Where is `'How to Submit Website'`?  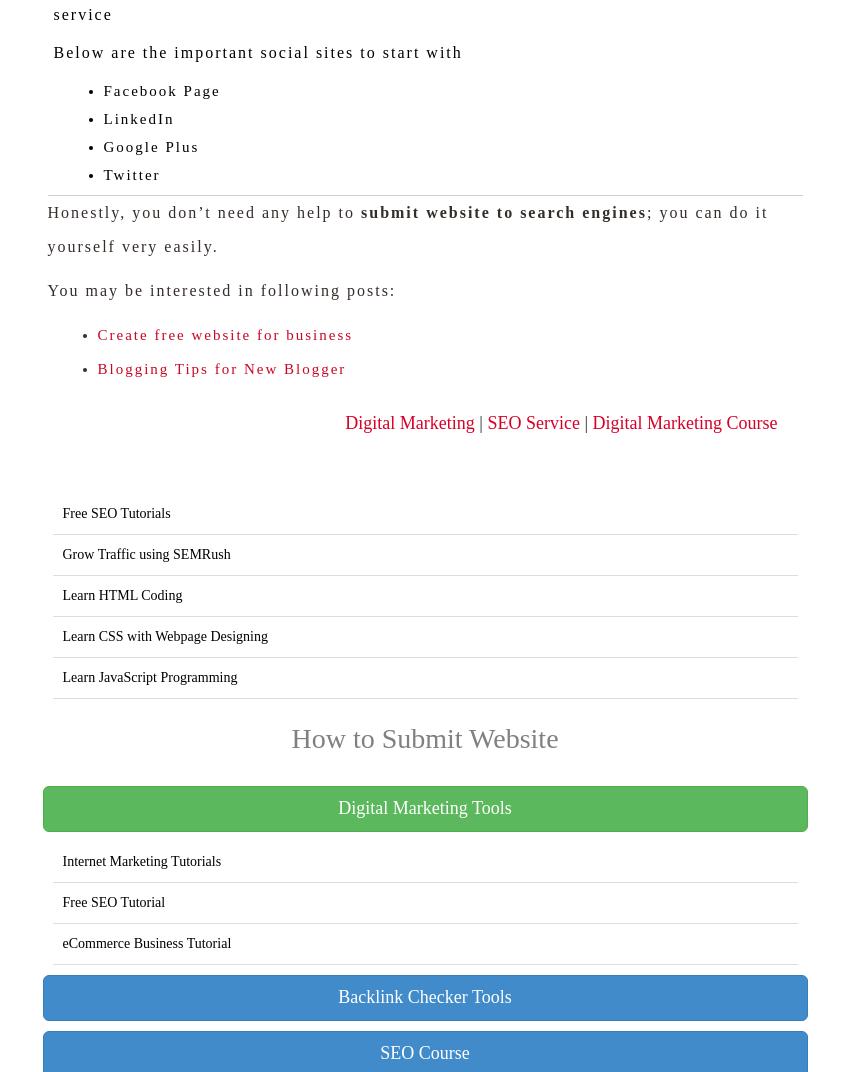 'How to Submit Website' is located at coordinates (424, 738).